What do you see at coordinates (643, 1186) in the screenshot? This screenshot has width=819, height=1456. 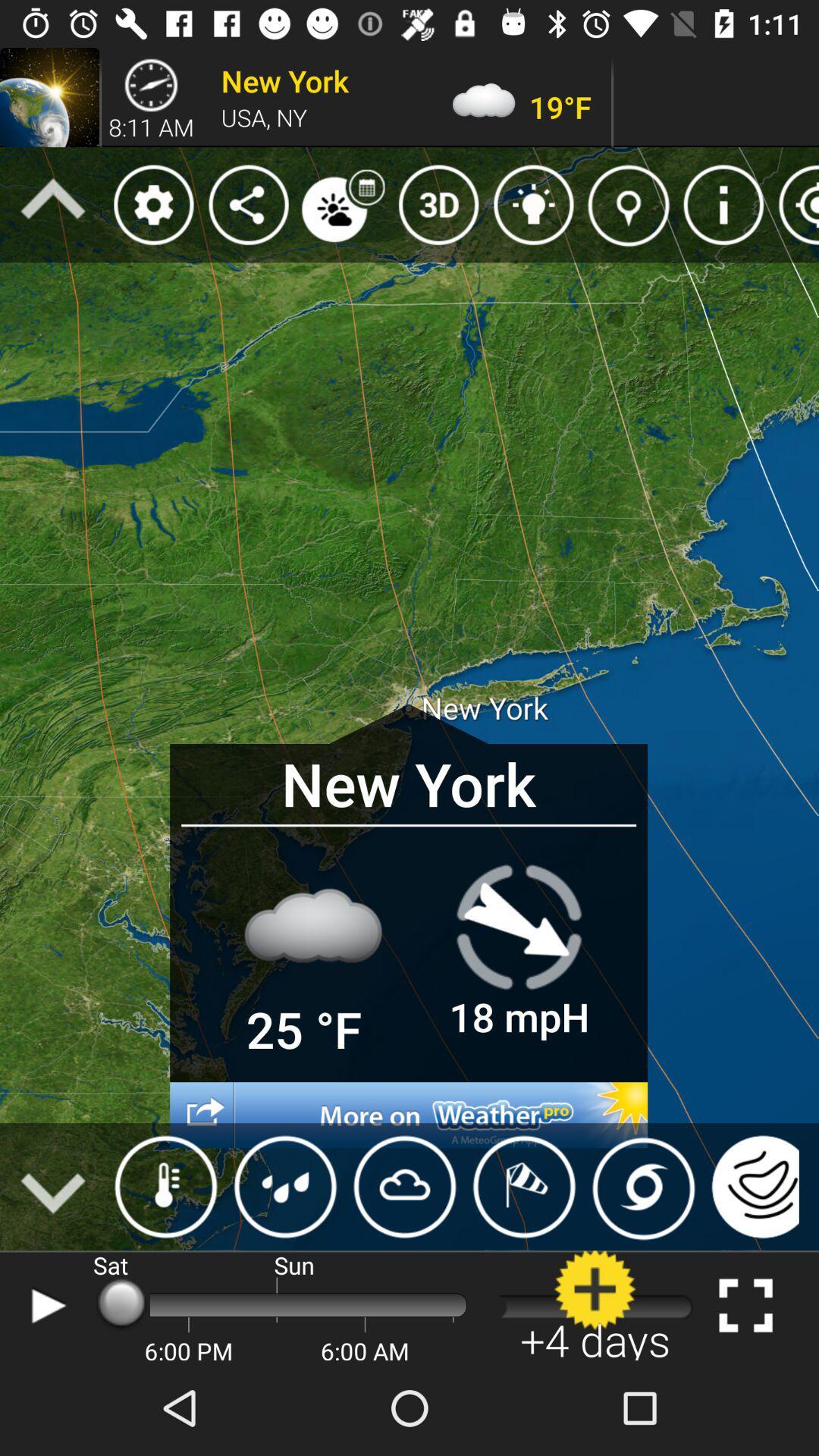 I see `the photo icon` at bounding box center [643, 1186].